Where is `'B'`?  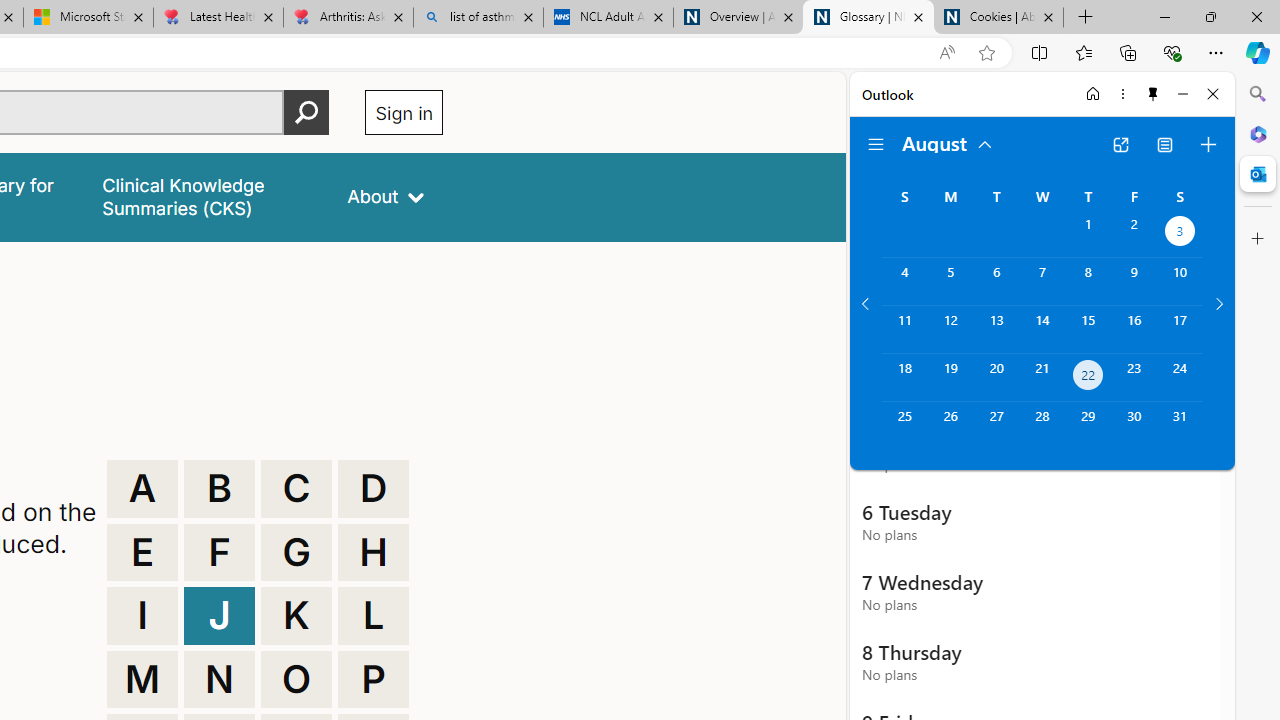 'B' is located at coordinates (219, 488).